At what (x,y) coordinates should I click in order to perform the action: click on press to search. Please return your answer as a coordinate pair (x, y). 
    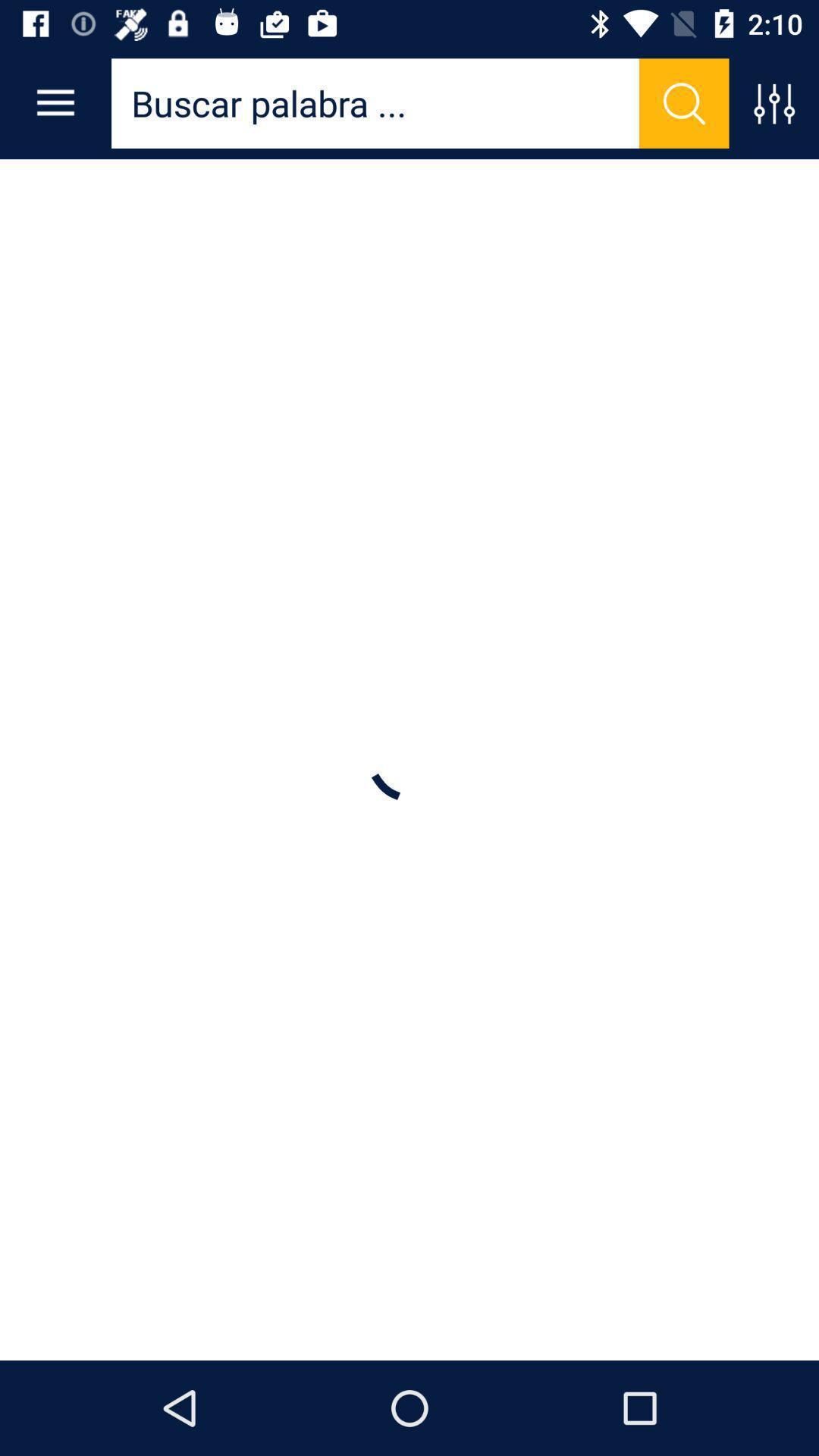
    Looking at the image, I should click on (684, 102).